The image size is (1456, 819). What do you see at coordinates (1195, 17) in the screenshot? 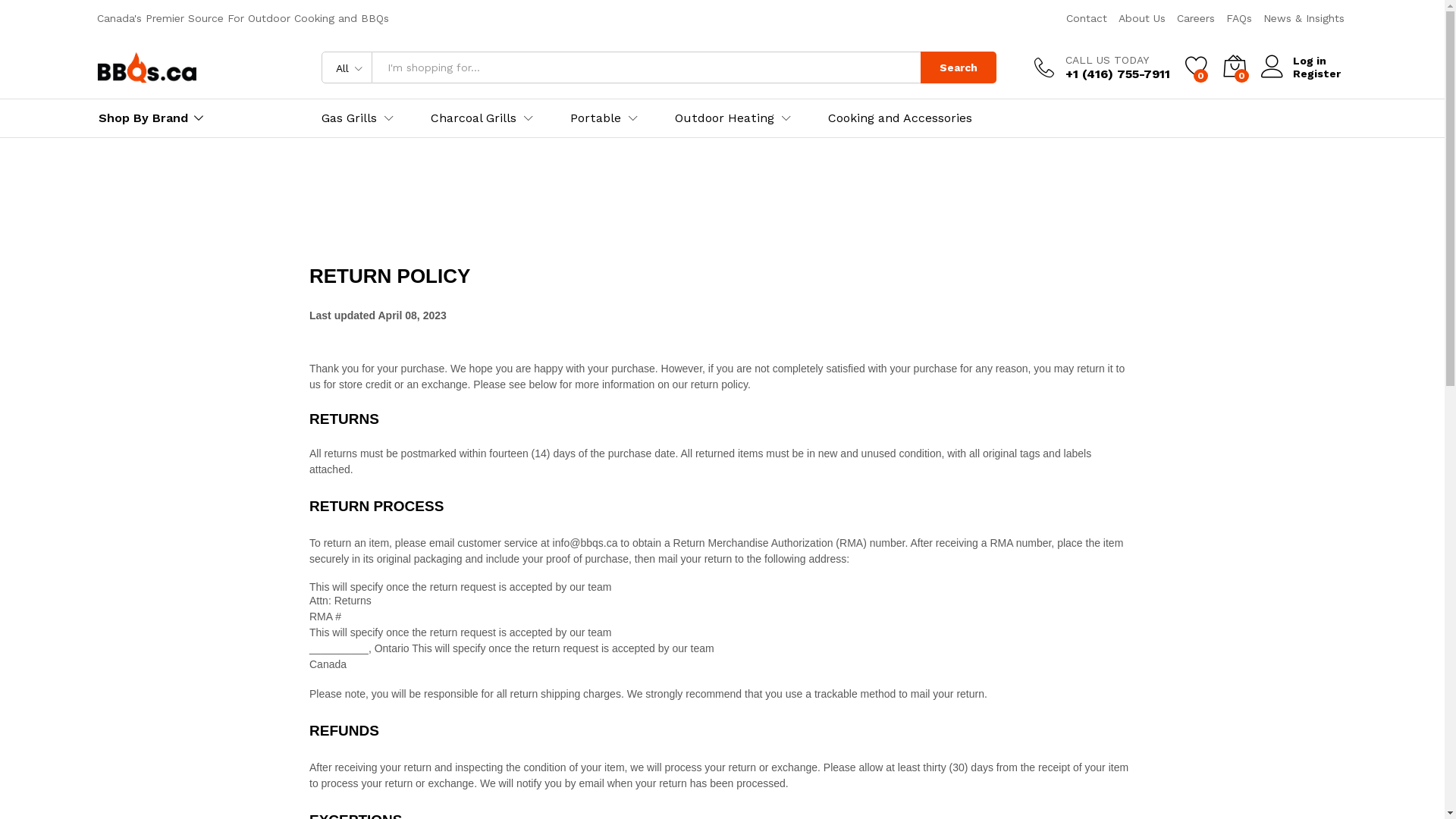
I see `'Careers'` at bounding box center [1195, 17].